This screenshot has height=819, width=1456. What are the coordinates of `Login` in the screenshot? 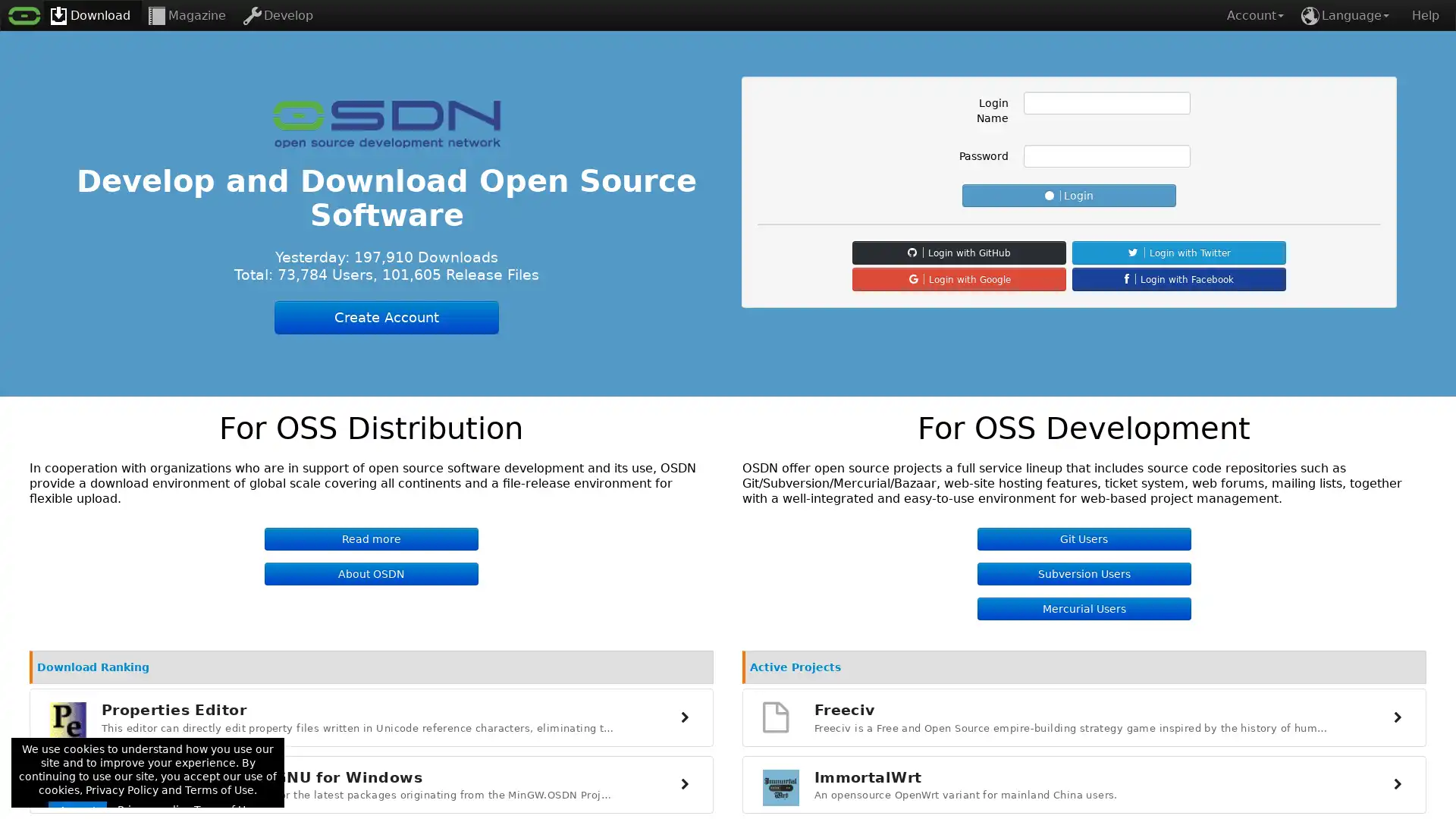 It's located at (1068, 195).